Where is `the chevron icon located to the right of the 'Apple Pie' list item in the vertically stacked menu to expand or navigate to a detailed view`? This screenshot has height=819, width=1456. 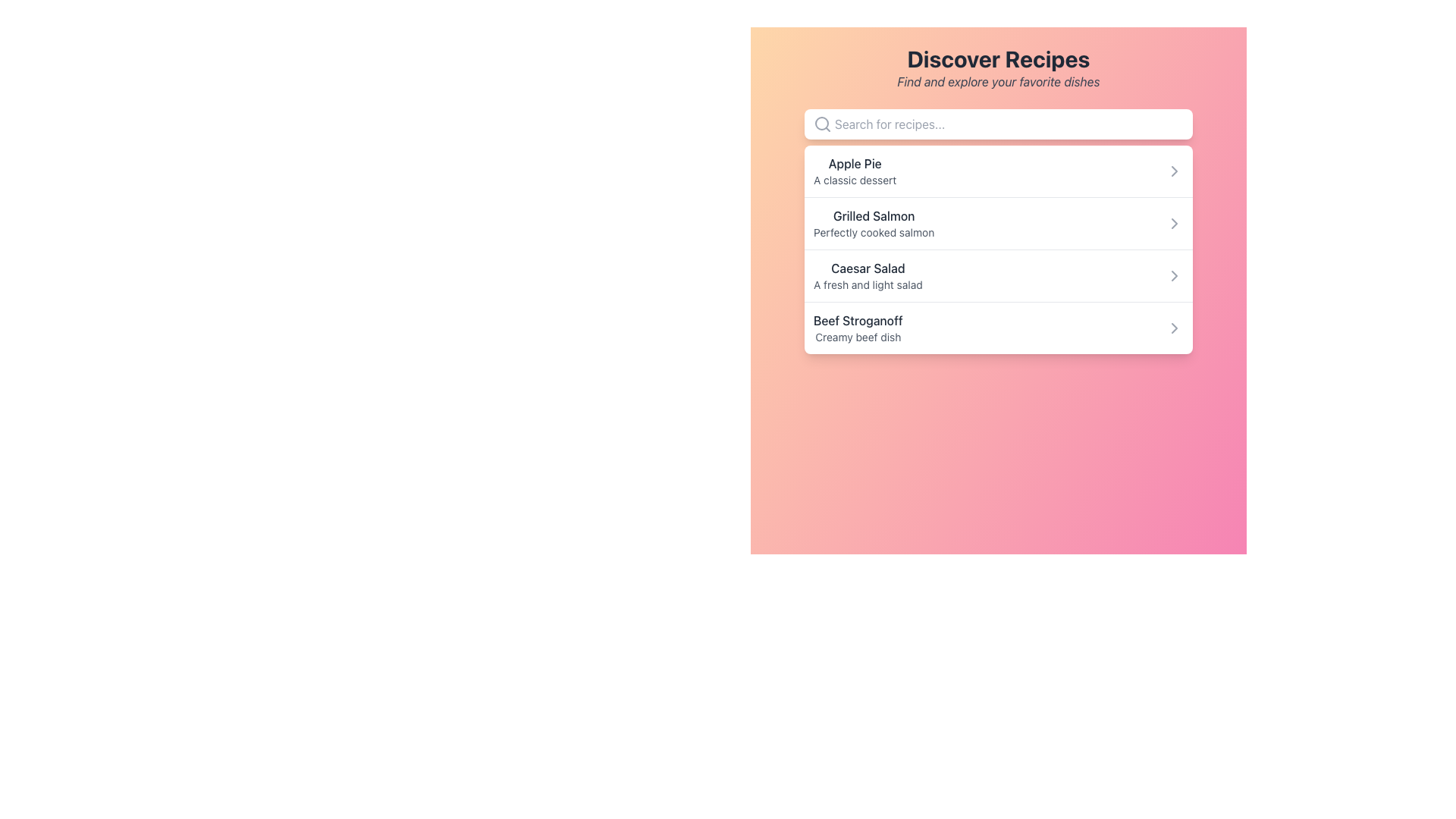
the chevron icon located to the right of the 'Apple Pie' list item in the vertically stacked menu to expand or navigate to a detailed view is located at coordinates (1174, 171).